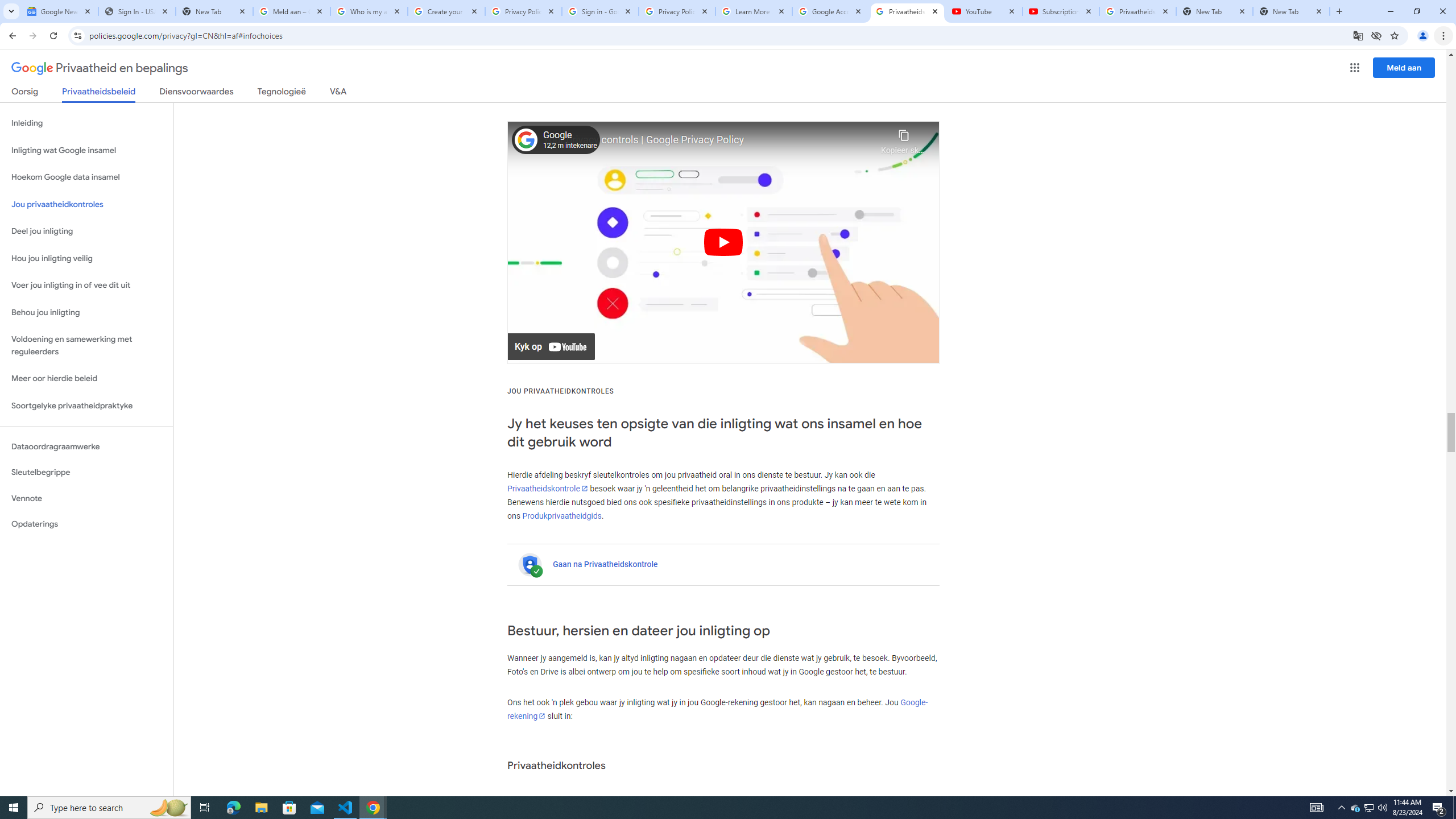  I want to click on 'Jou privaatheidkontroles', so click(86, 205).